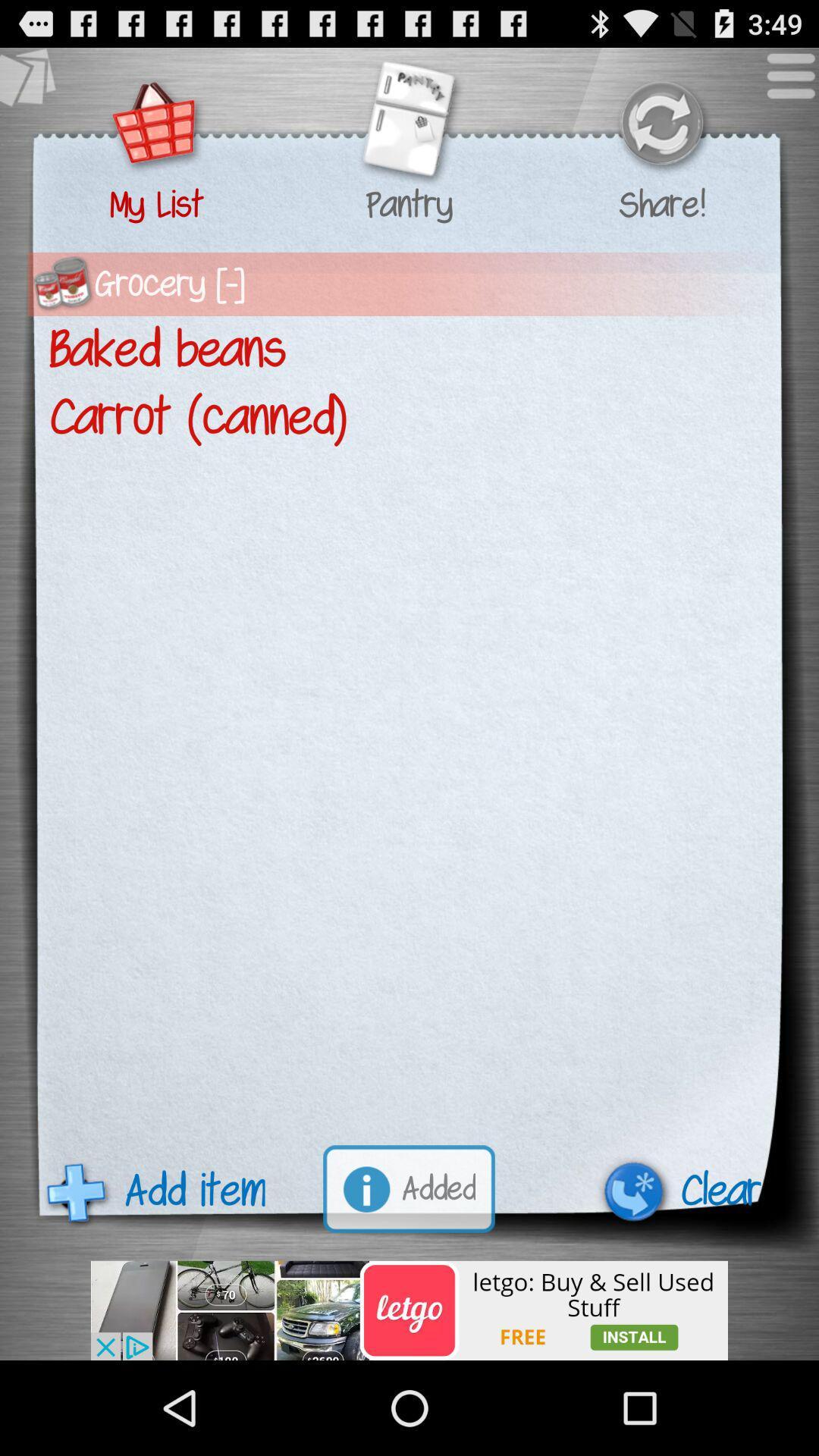 The image size is (819, 1456). I want to click on my list pantry share, so click(408, 125).